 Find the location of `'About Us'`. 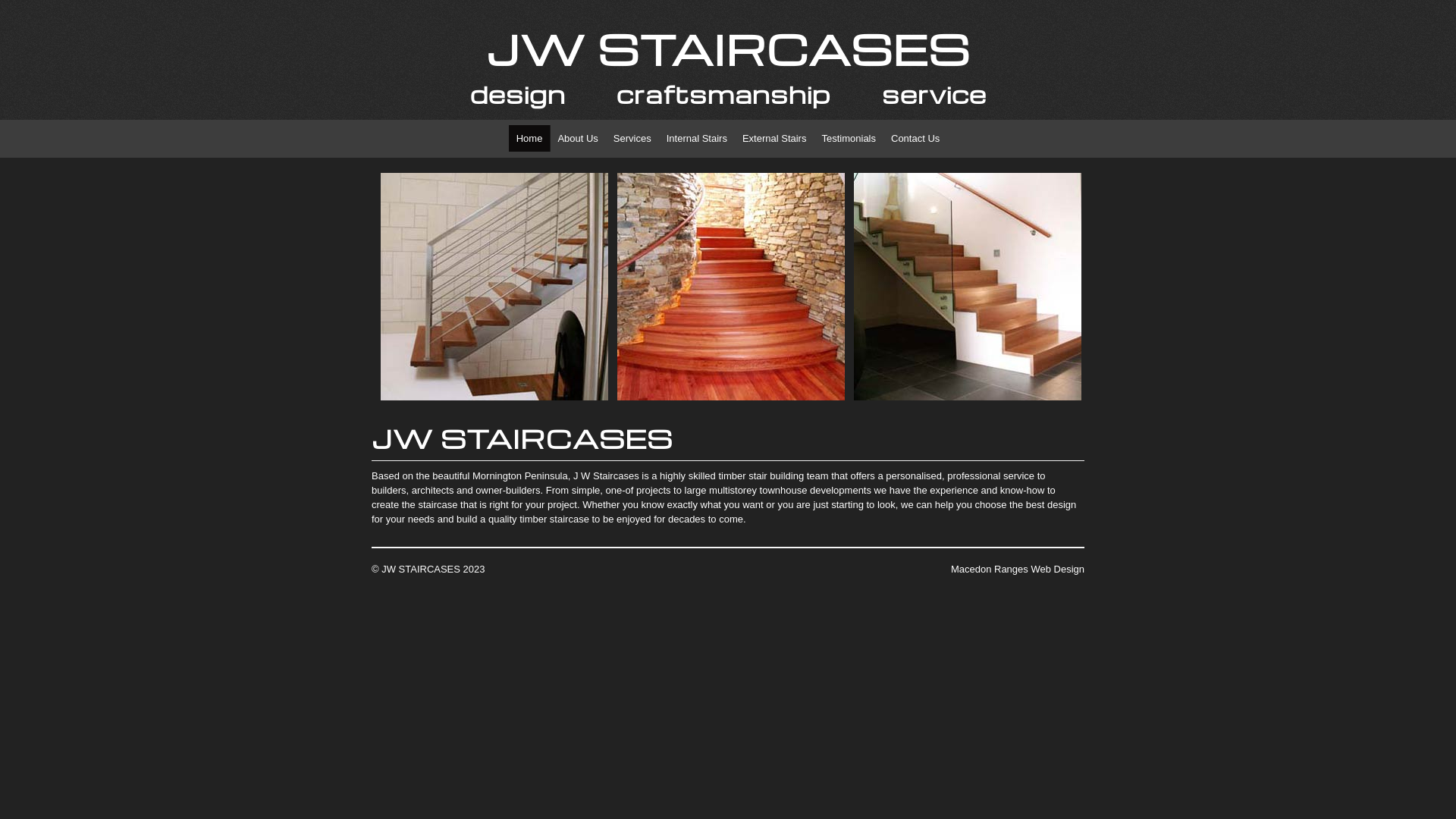

'About Us' is located at coordinates (576, 138).